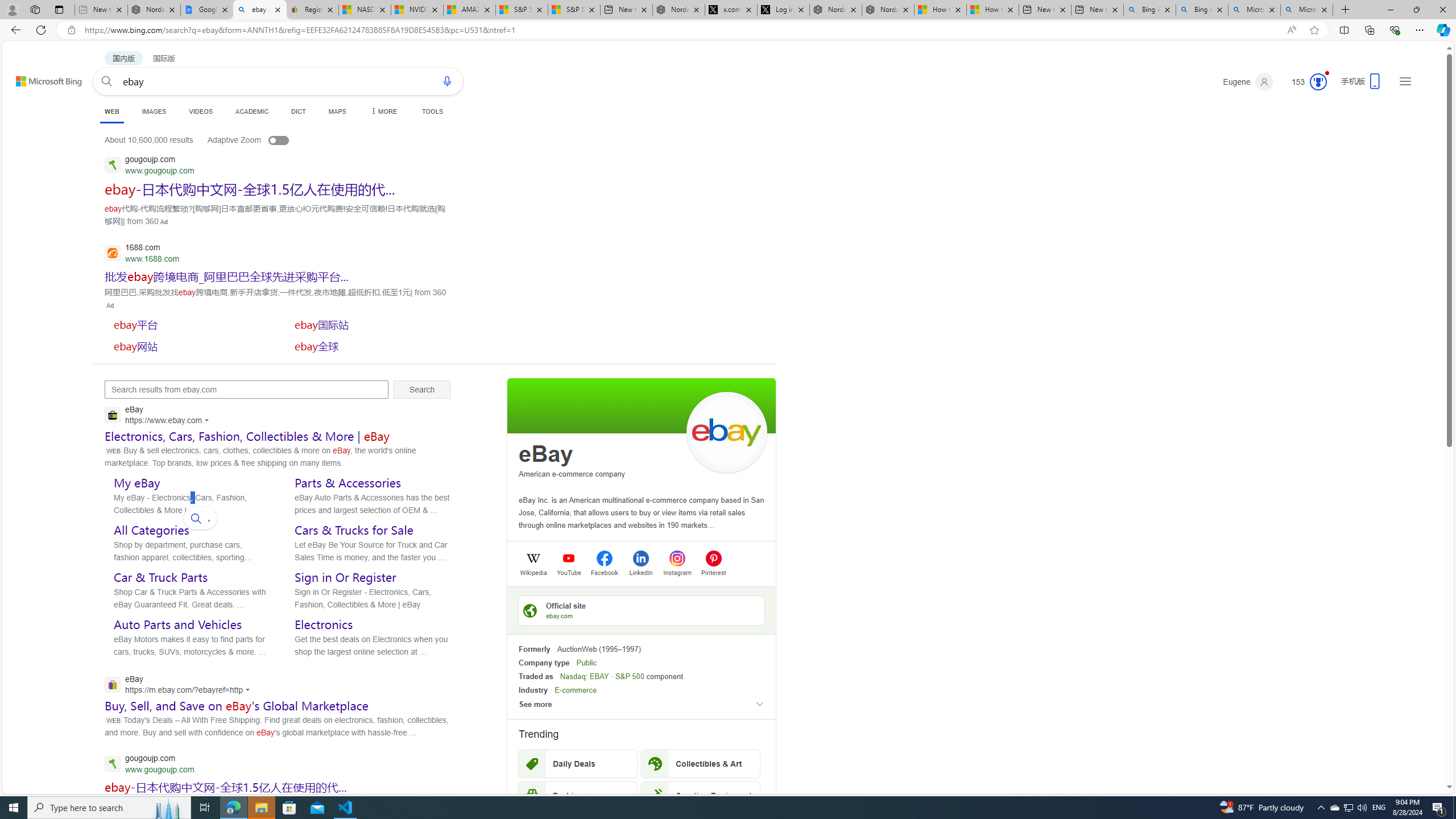 The height and width of the screenshot is (819, 1456). Describe the element at coordinates (1248, 81) in the screenshot. I see `'Eugene'` at that location.